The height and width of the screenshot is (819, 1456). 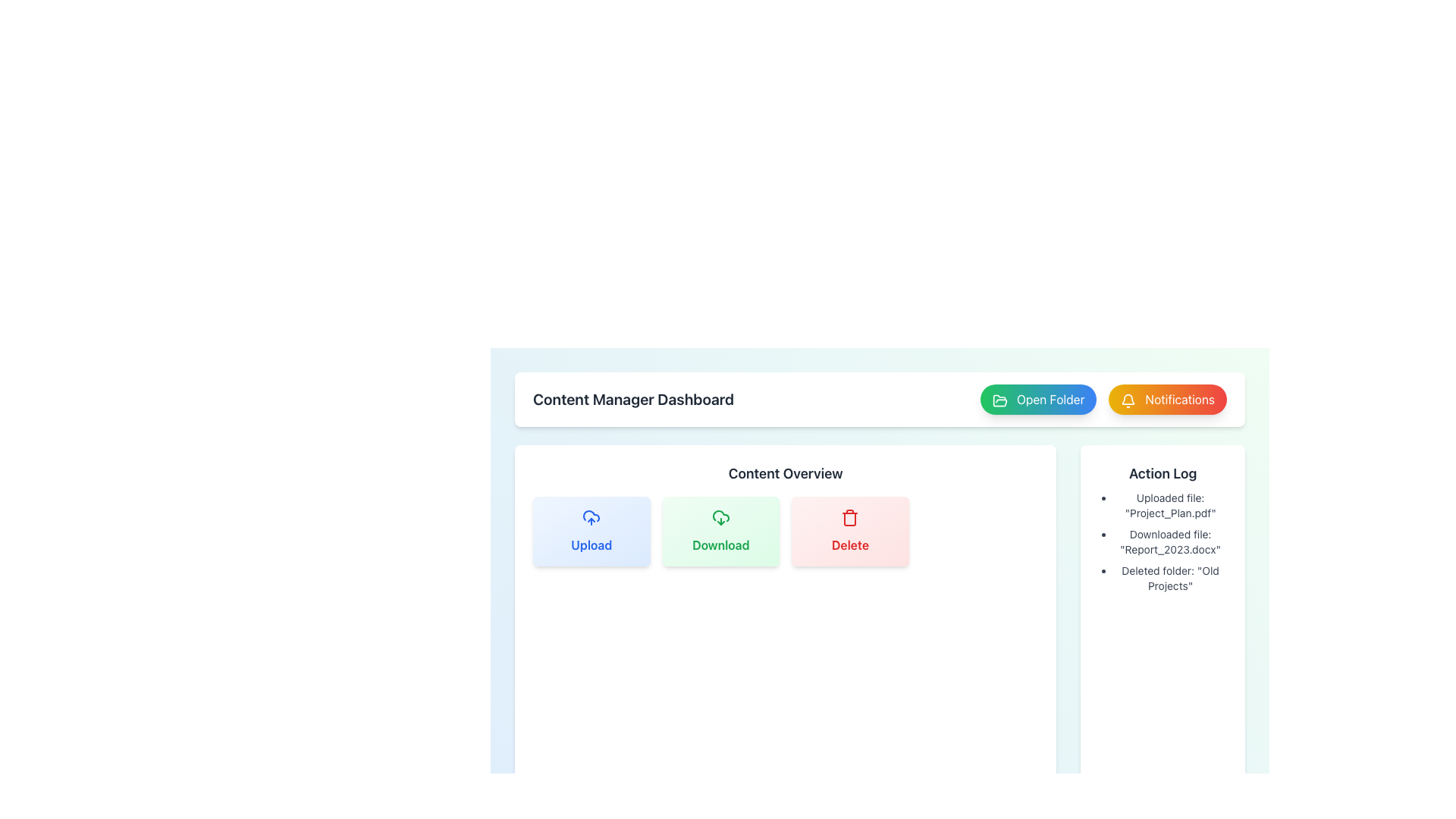 I want to click on the 'Upload' button, which is a rectangular button with rounded edges and a gradient background, located in the 'Content Overview' section, so click(x=591, y=531).